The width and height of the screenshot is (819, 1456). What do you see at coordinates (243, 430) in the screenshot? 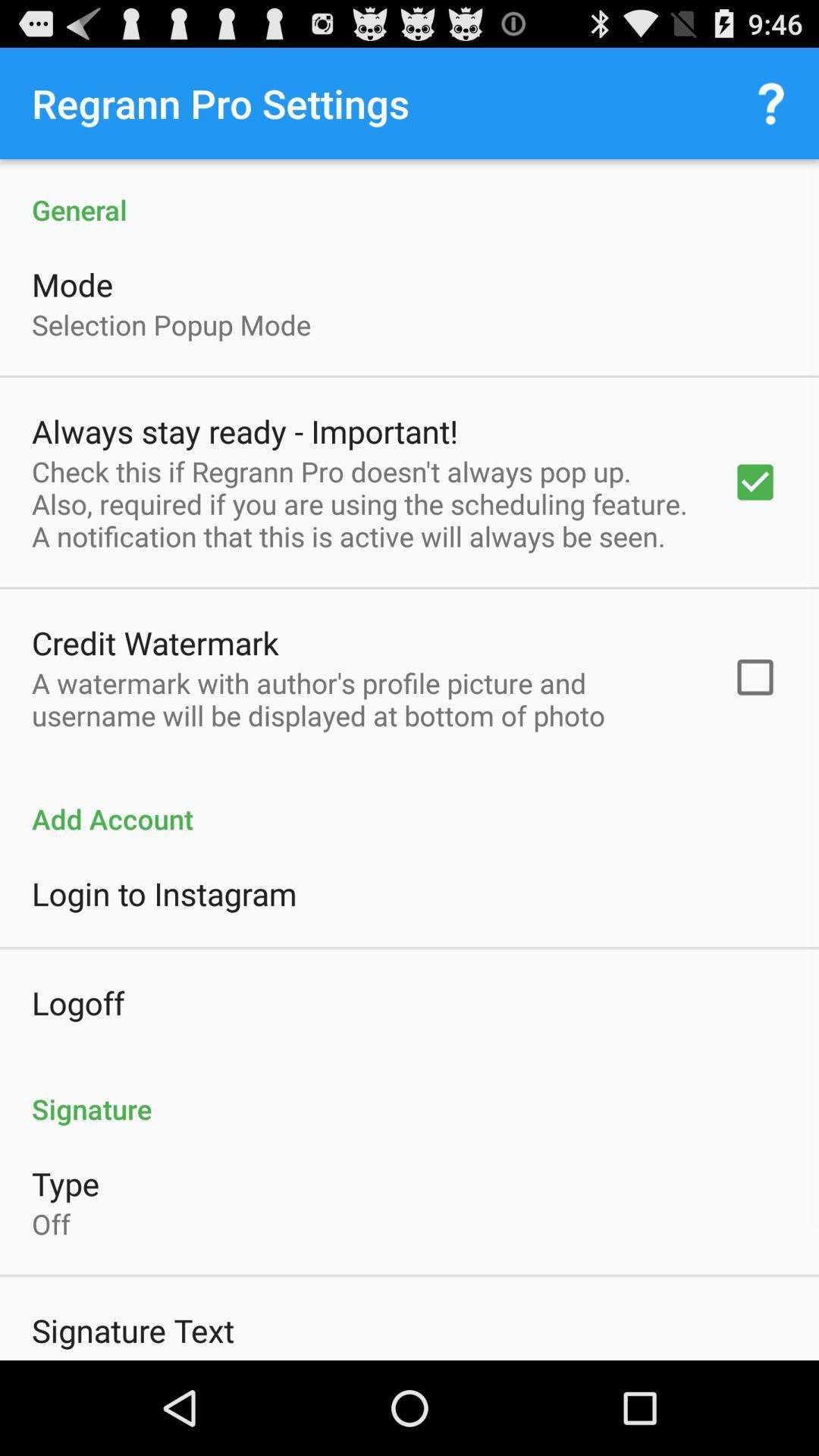
I see `the item above check this if item` at bounding box center [243, 430].